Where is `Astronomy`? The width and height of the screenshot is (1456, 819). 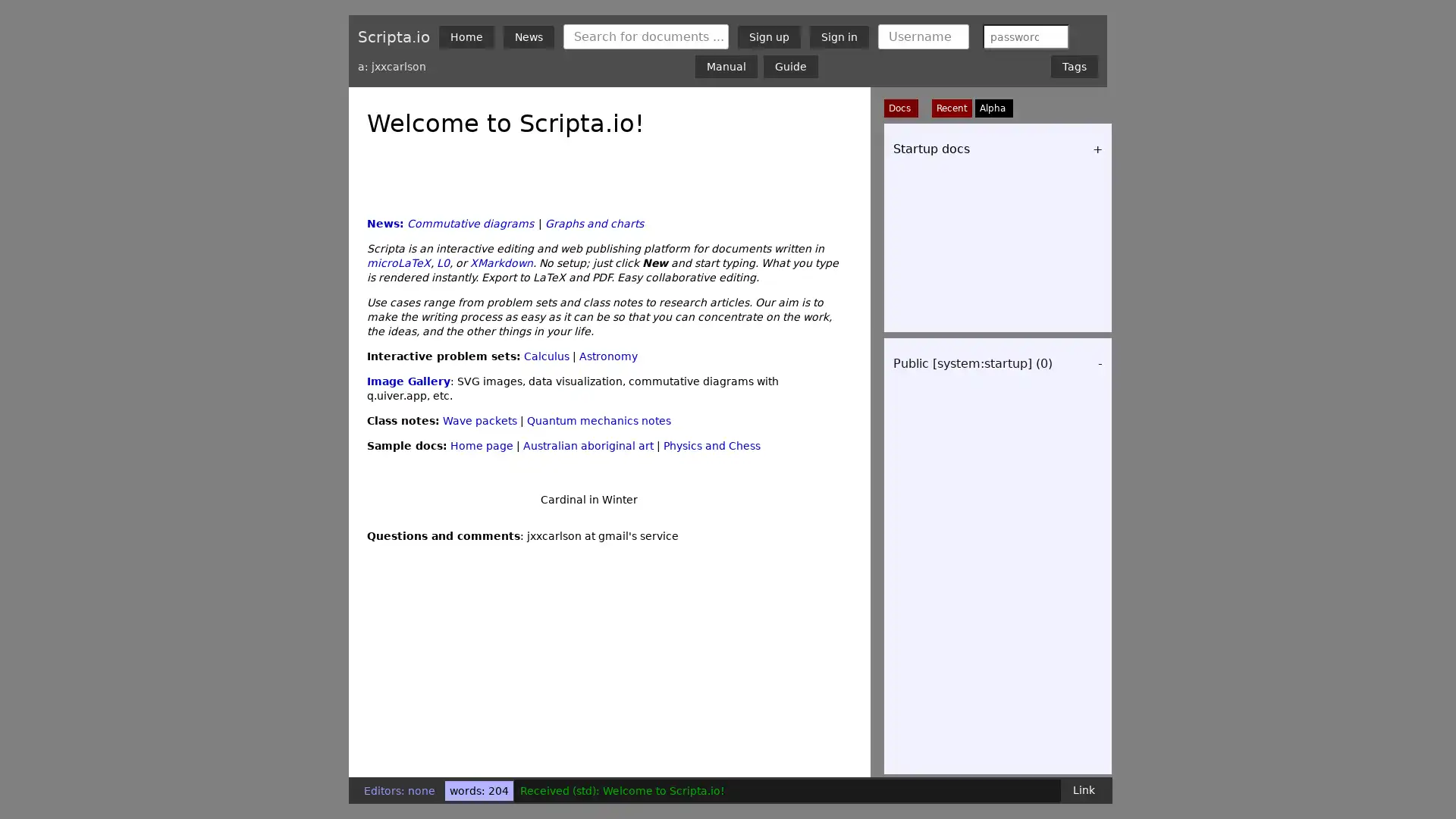 Astronomy is located at coordinates (608, 472).